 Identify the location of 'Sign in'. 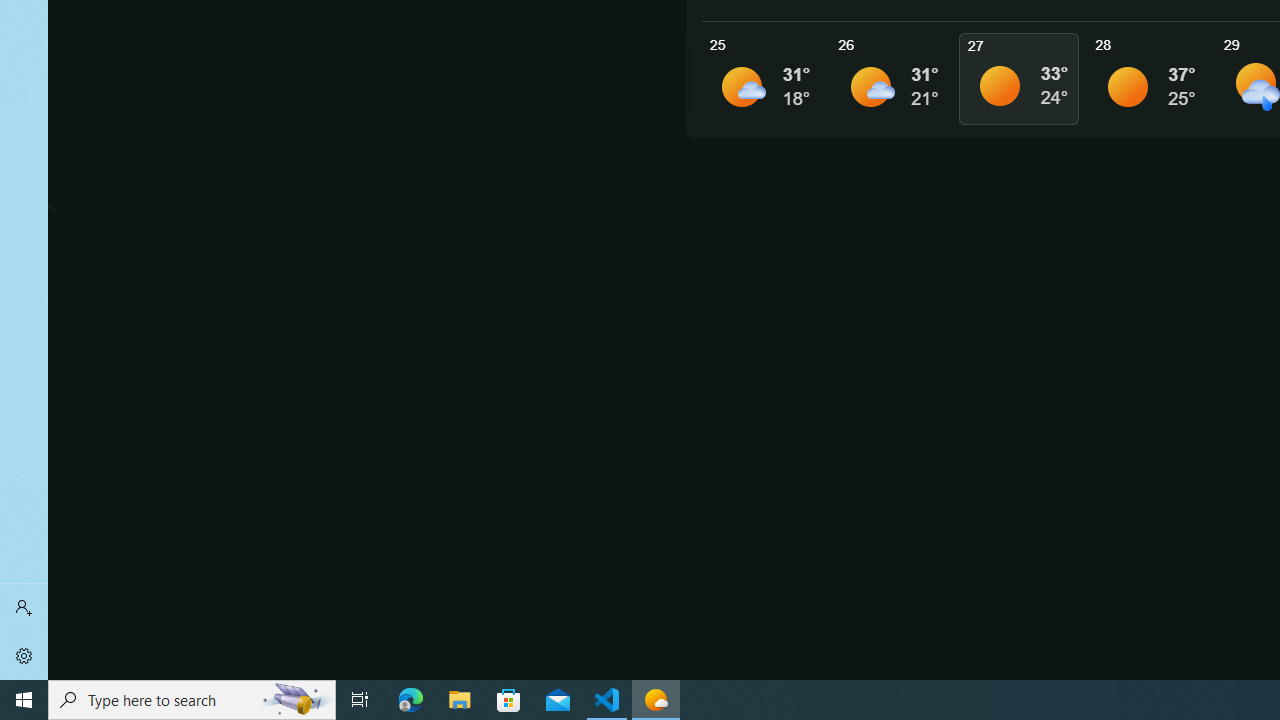
(24, 607).